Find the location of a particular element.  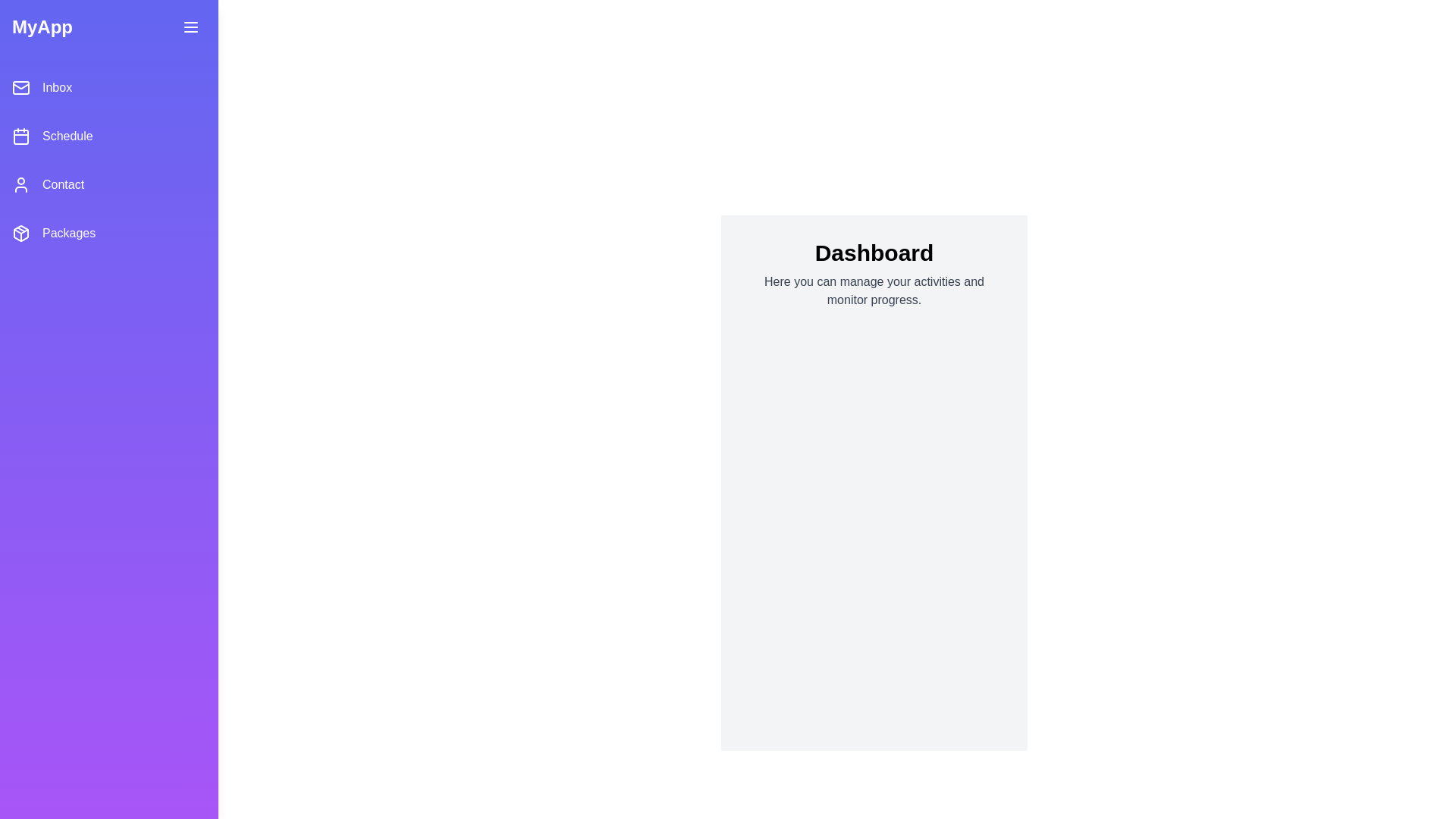

the menu item labeled Inbox to navigate to the corresponding section is located at coordinates (108, 87).